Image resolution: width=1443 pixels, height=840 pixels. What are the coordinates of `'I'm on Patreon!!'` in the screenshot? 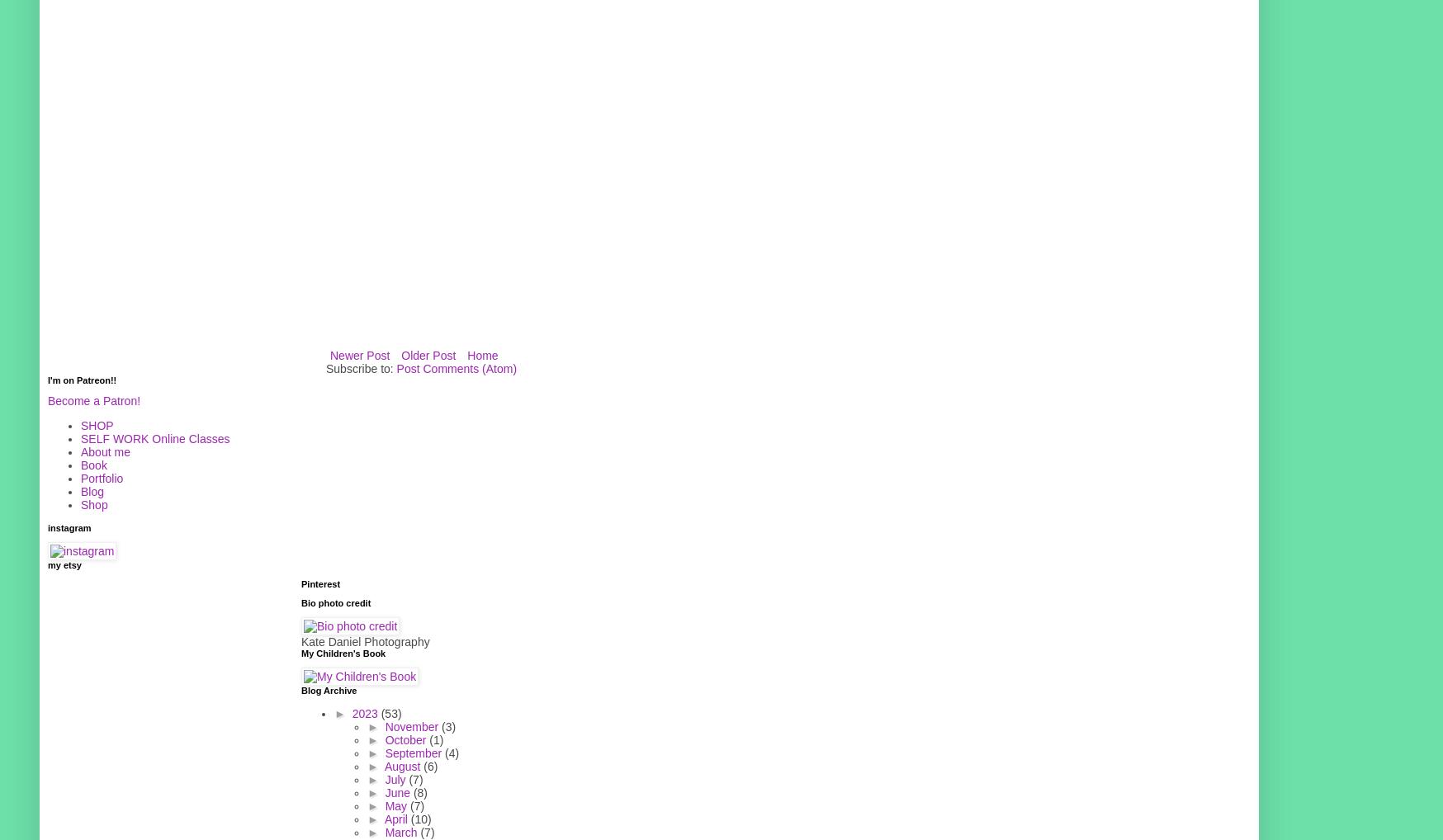 It's located at (47, 380).